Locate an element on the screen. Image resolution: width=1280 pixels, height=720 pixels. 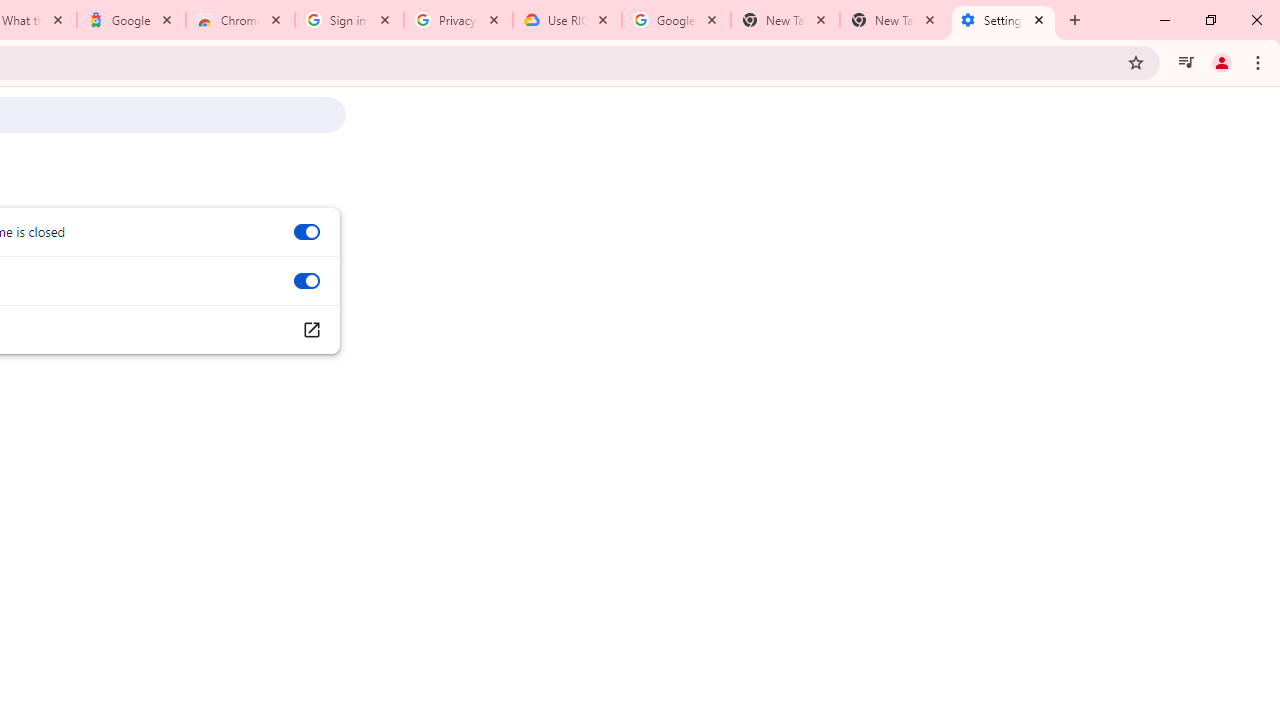
'Chrome Web Store - Color themes by Chrome' is located at coordinates (240, 20).